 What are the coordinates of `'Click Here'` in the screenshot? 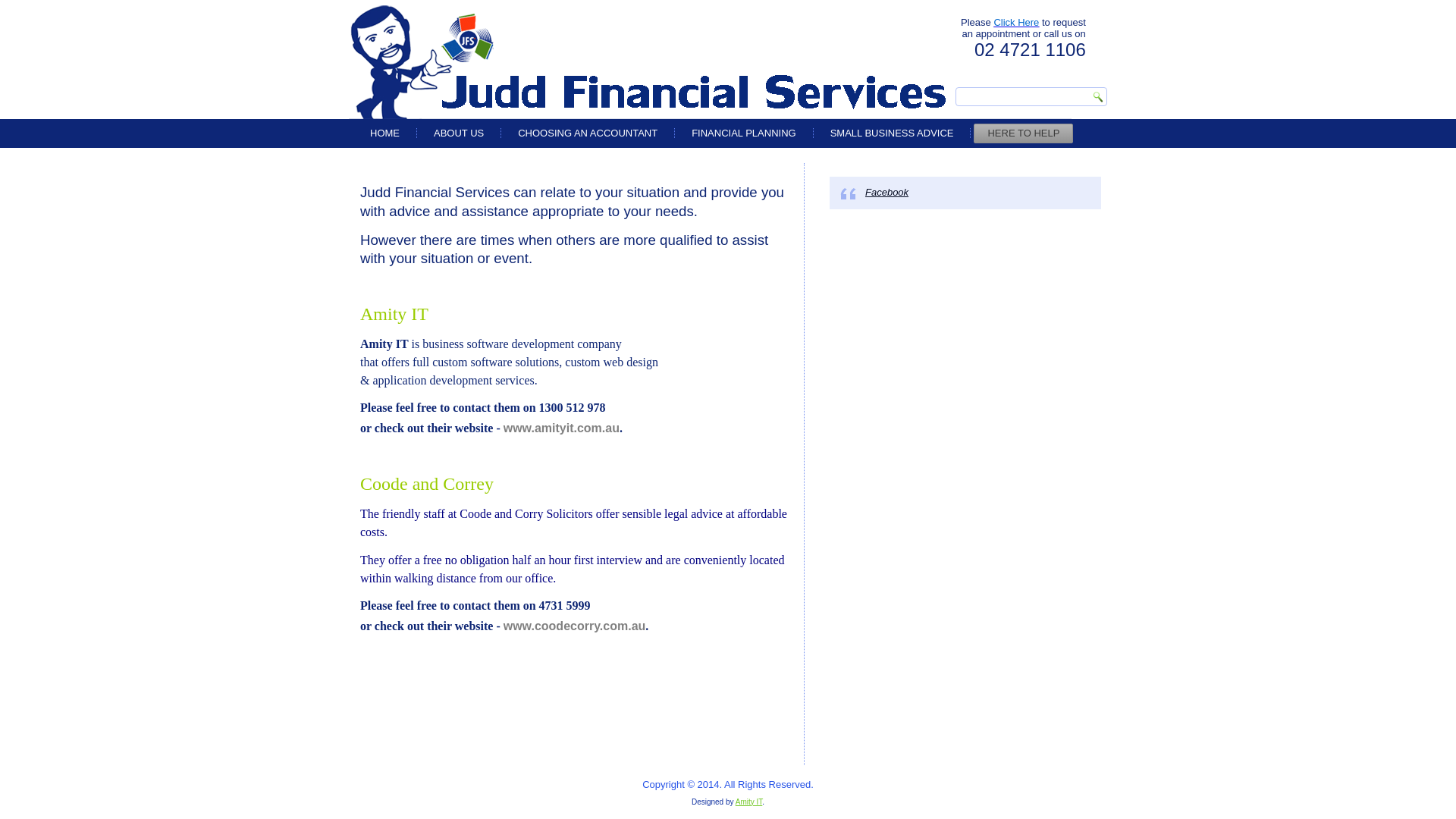 It's located at (1015, 22).